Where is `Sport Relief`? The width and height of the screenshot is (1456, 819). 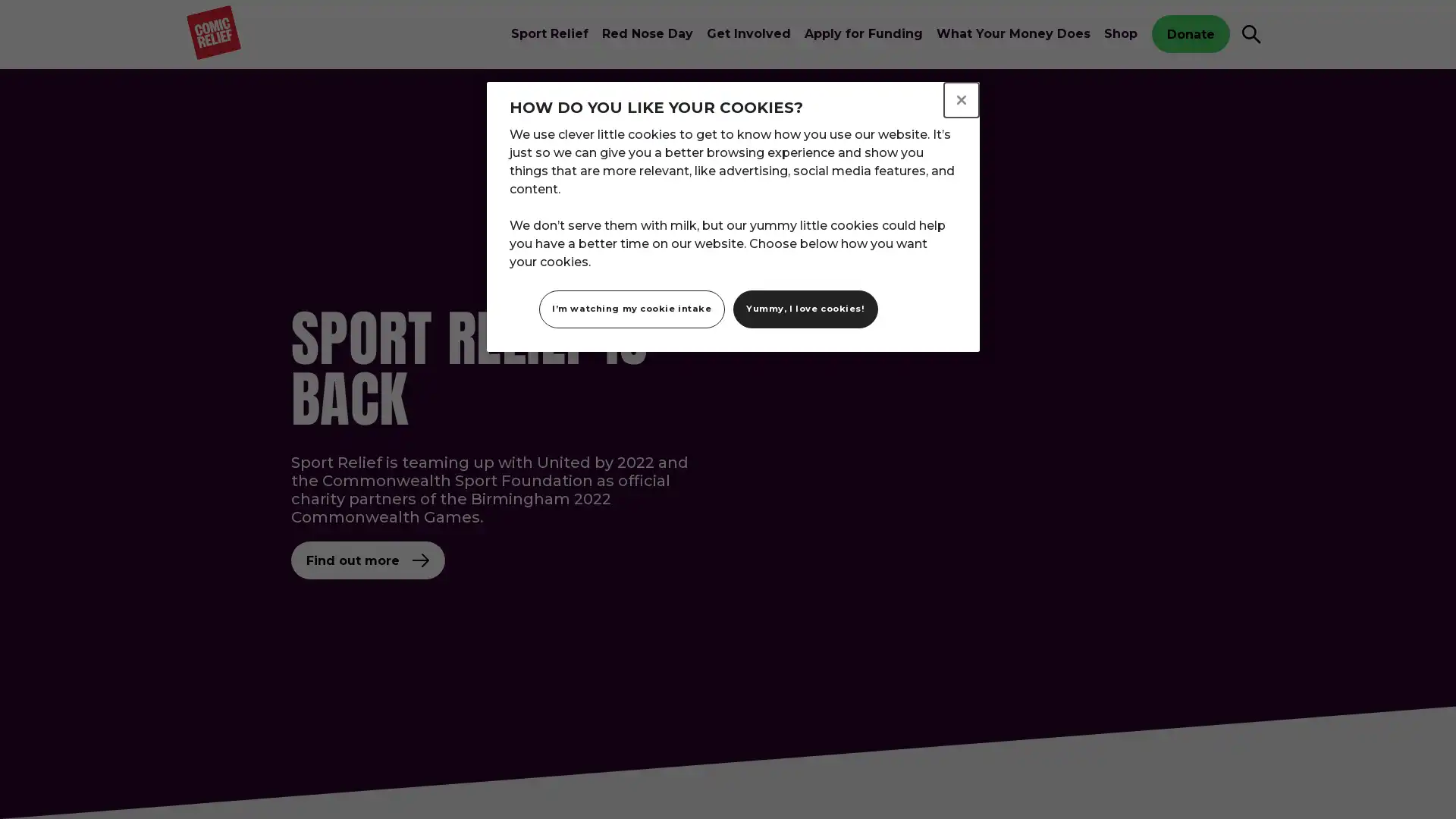 Sport Relief is located at coordinates (548, 34).